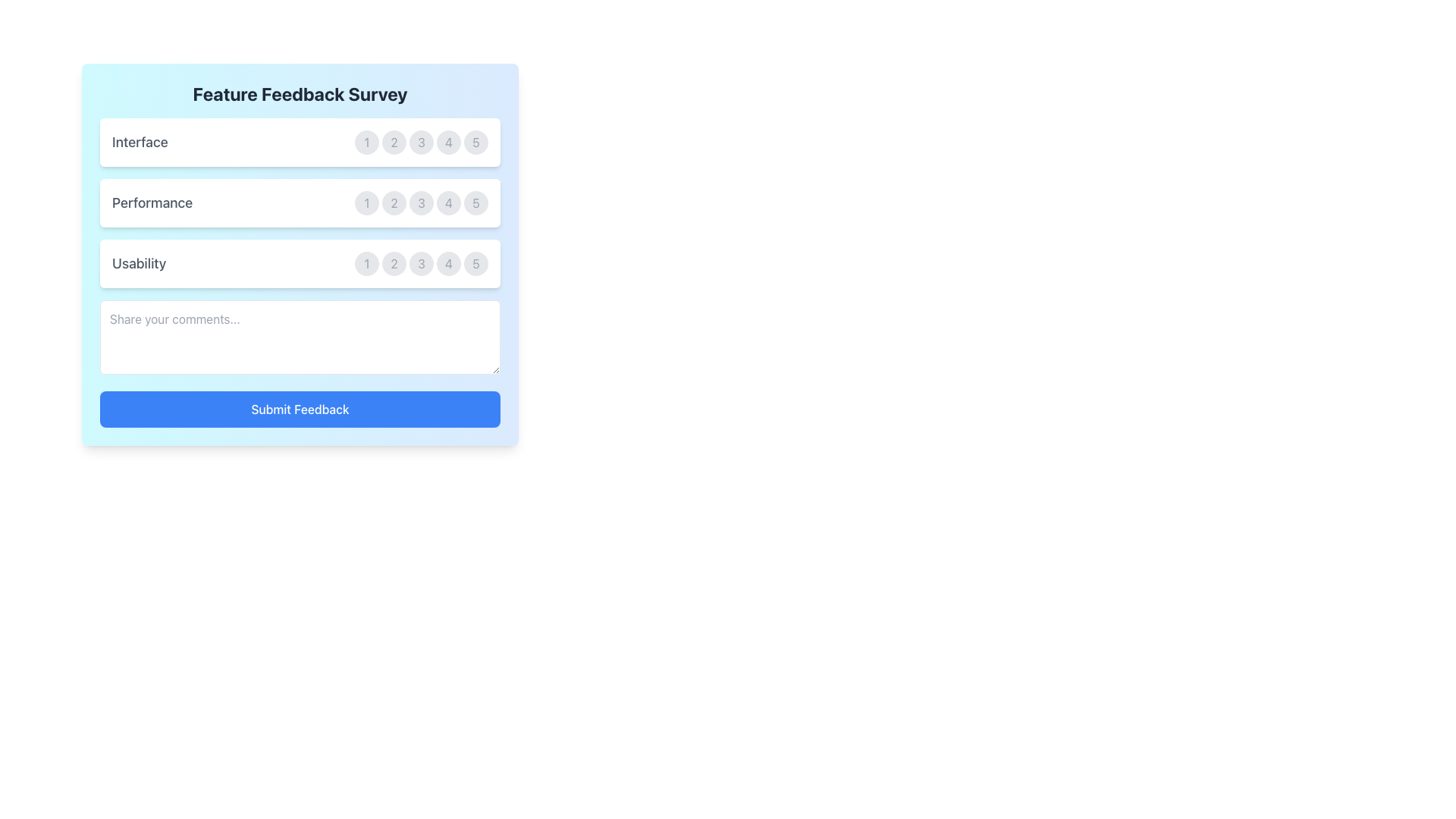 The image size is (1456, 819). What do you see at coordinates (422, 262) in the screenshot?
I see `the third circular button (number 3) in the horizontal row under the 'Usability' heading within the survey card` at bounding box center [422, 262].